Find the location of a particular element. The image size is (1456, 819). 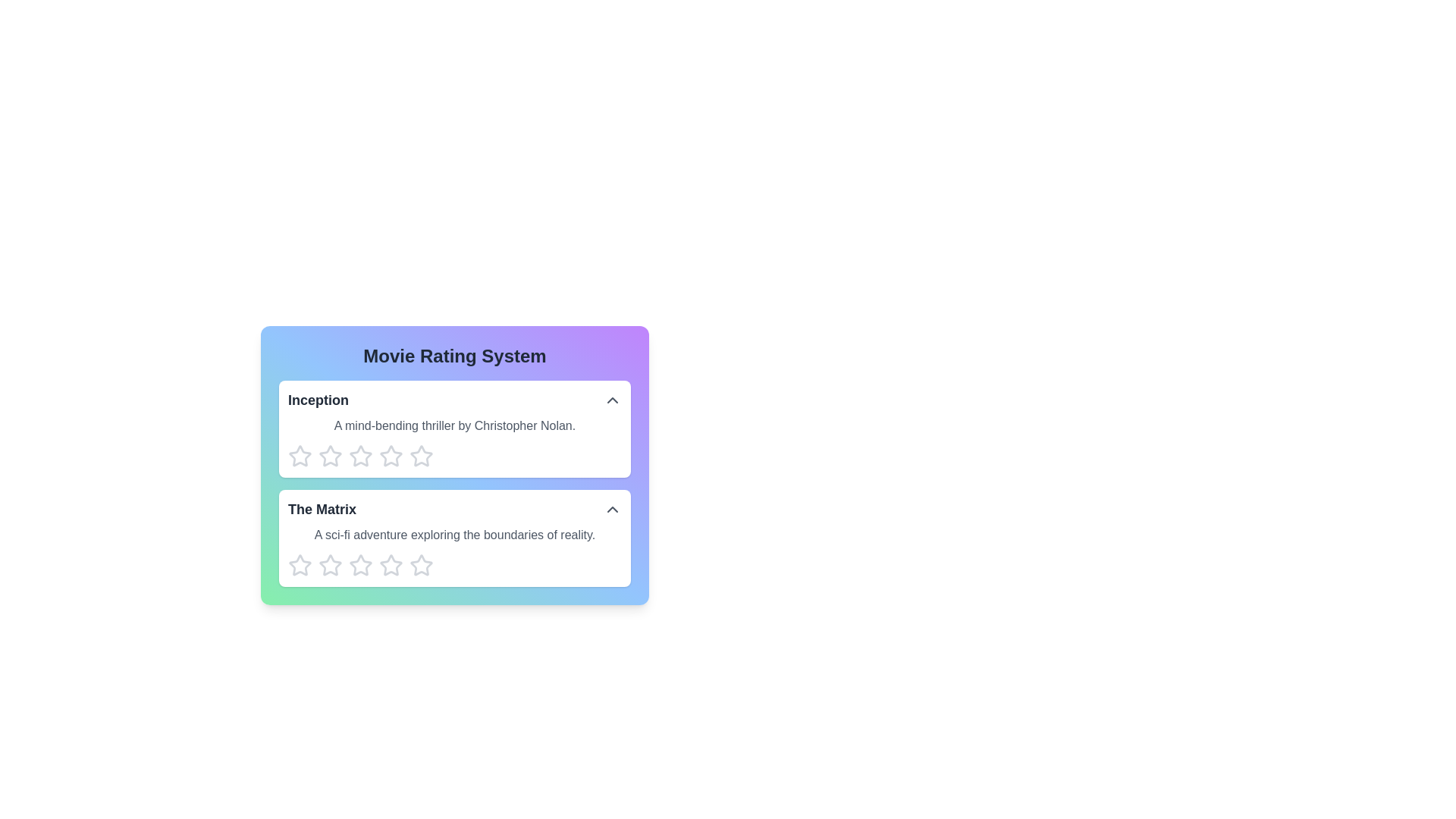

the second star icon is located at coordinates (359, 565).